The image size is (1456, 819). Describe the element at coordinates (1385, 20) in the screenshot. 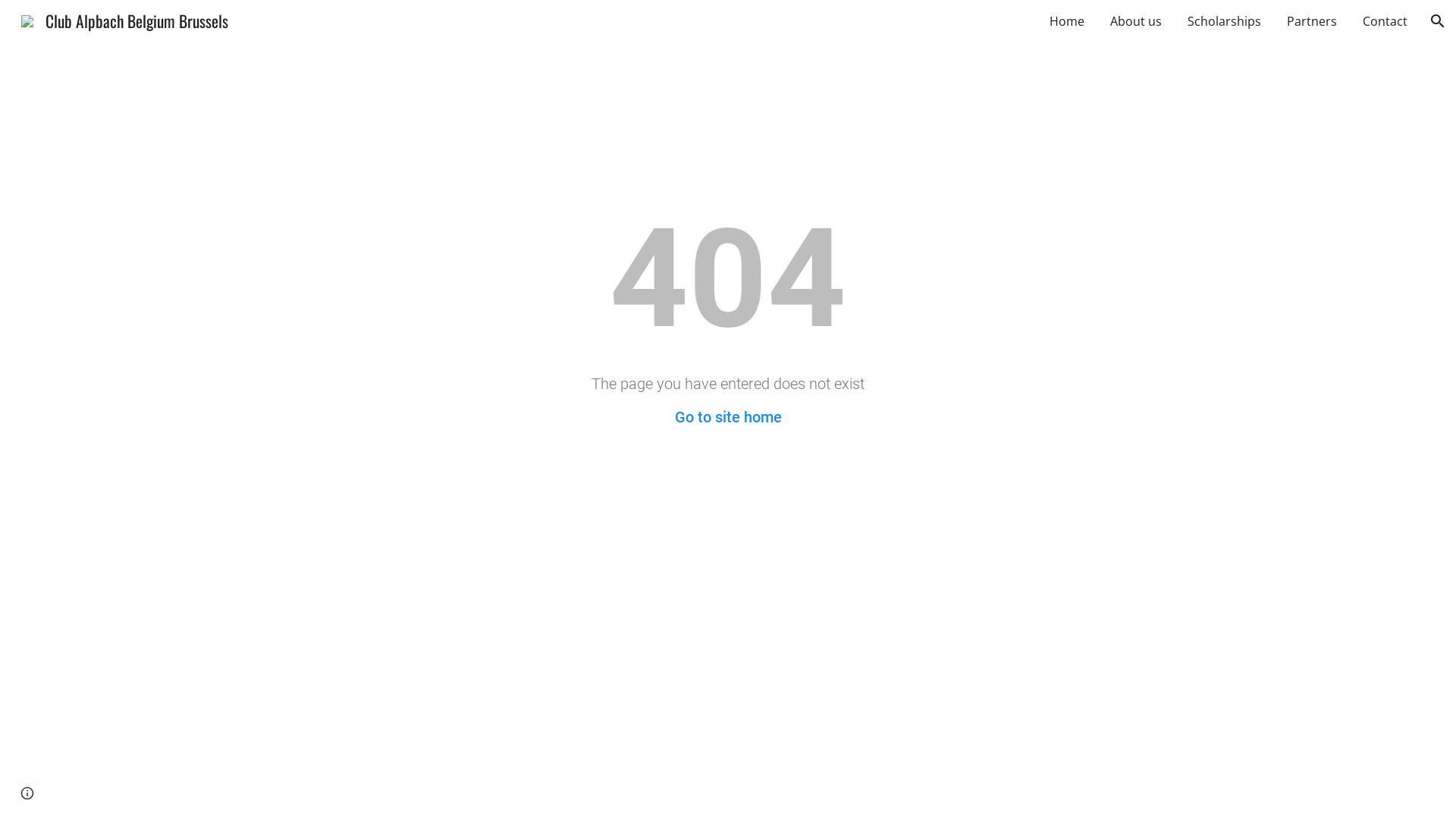

I see `'Contact'` at that location.